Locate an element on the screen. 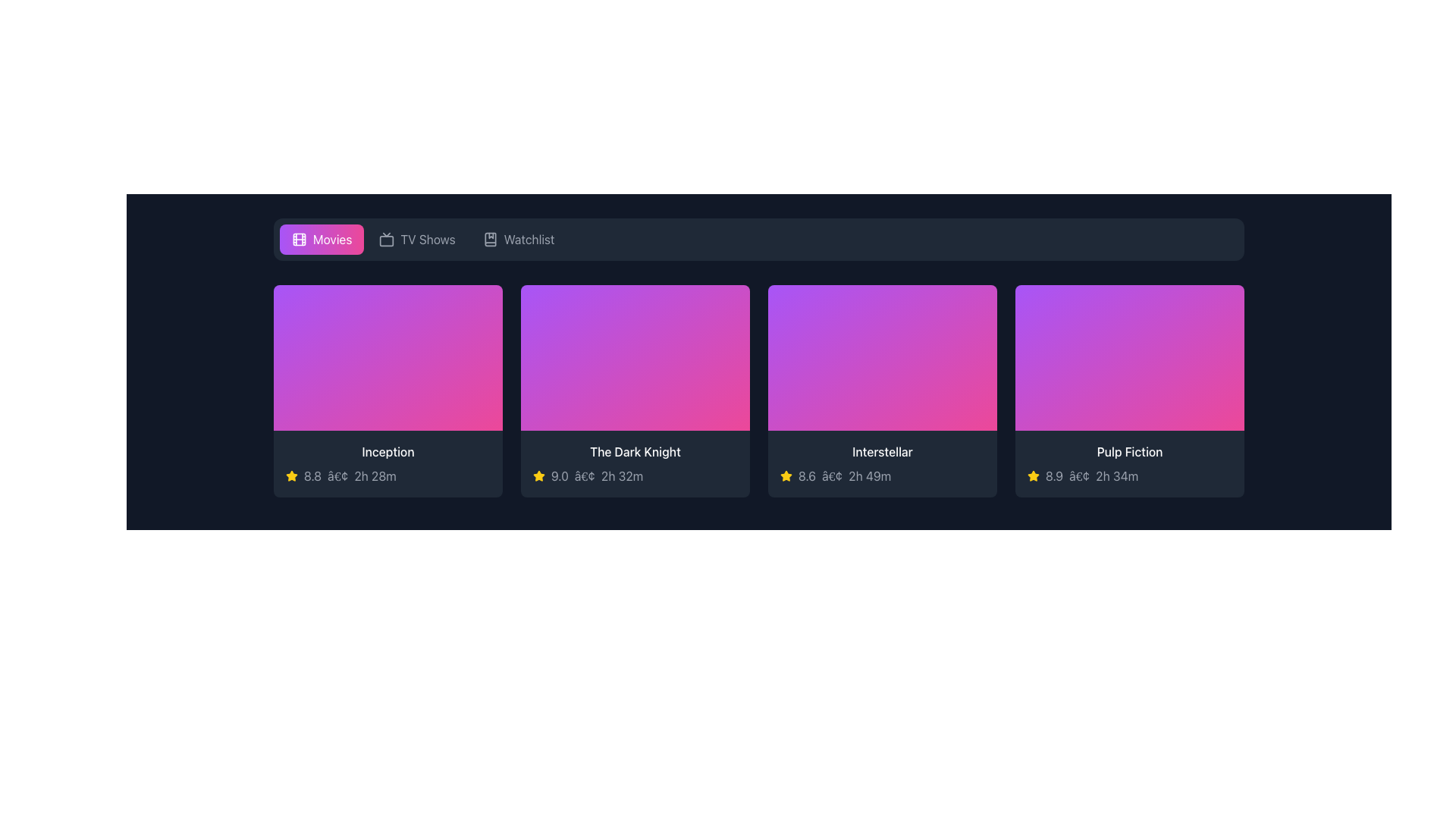 The height and width of the screenshot is (819, 1456). the TV shows navigation button to change its color, which is the second button in the horizontal navigation row, located between the 'Movies' and 'Watchlist' buttons is located at coordinates (417, 239).